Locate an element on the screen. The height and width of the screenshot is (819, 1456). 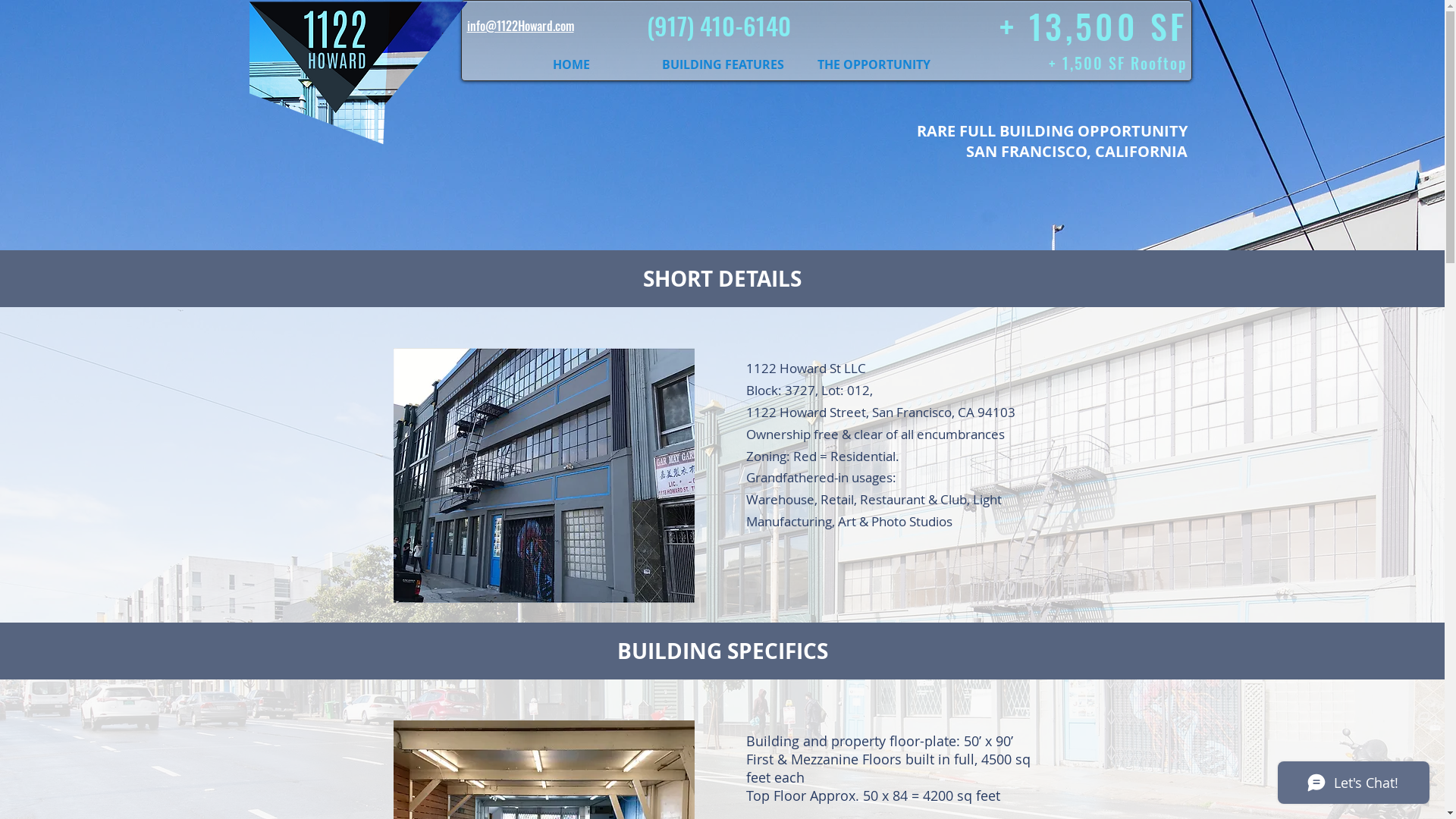
'HOME' is located at coordinates (570, 63).